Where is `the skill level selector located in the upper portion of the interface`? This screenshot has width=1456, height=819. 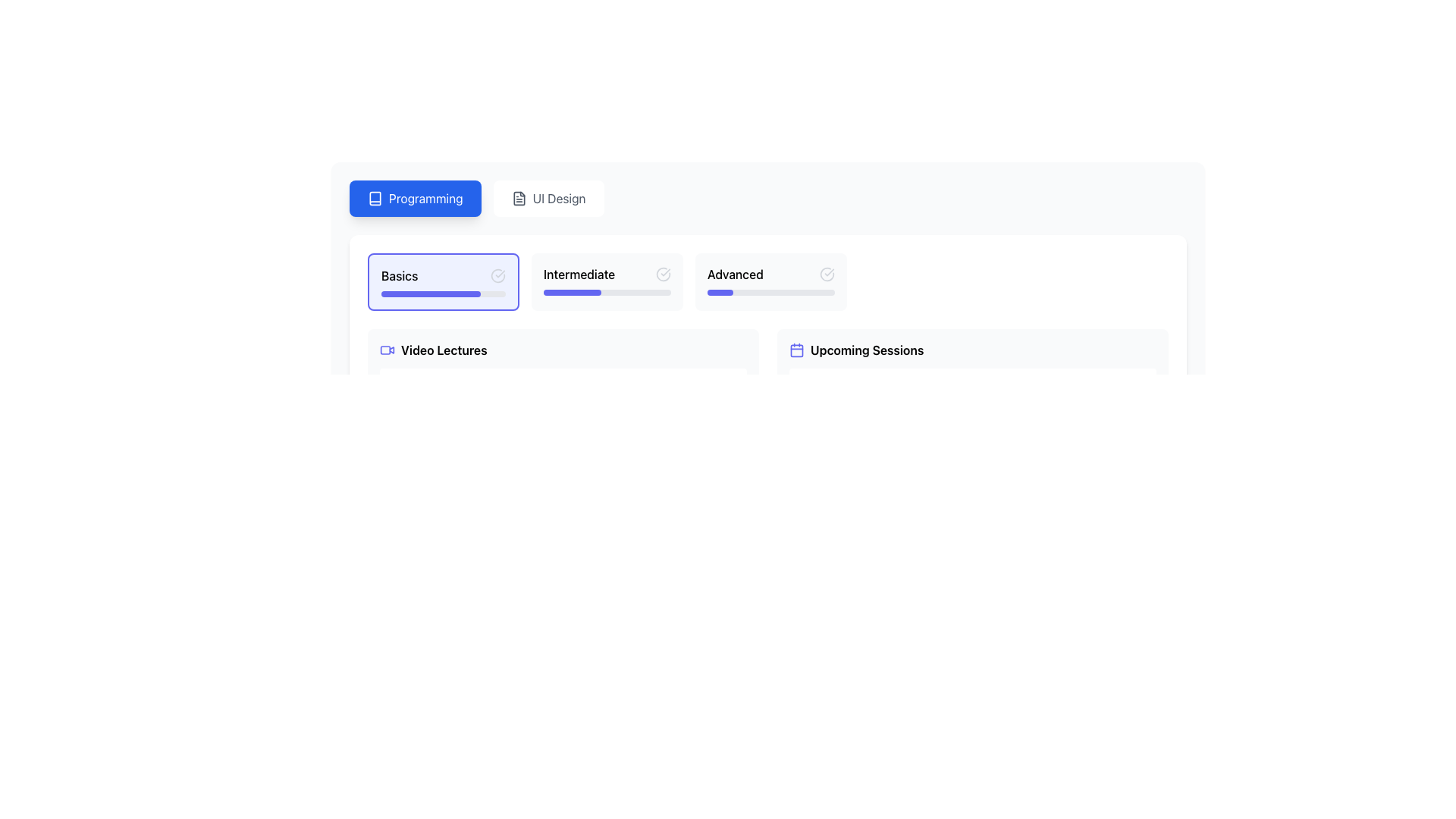 the skill level selector located in the upper portion of the interface is located at coordinates (767, 281).